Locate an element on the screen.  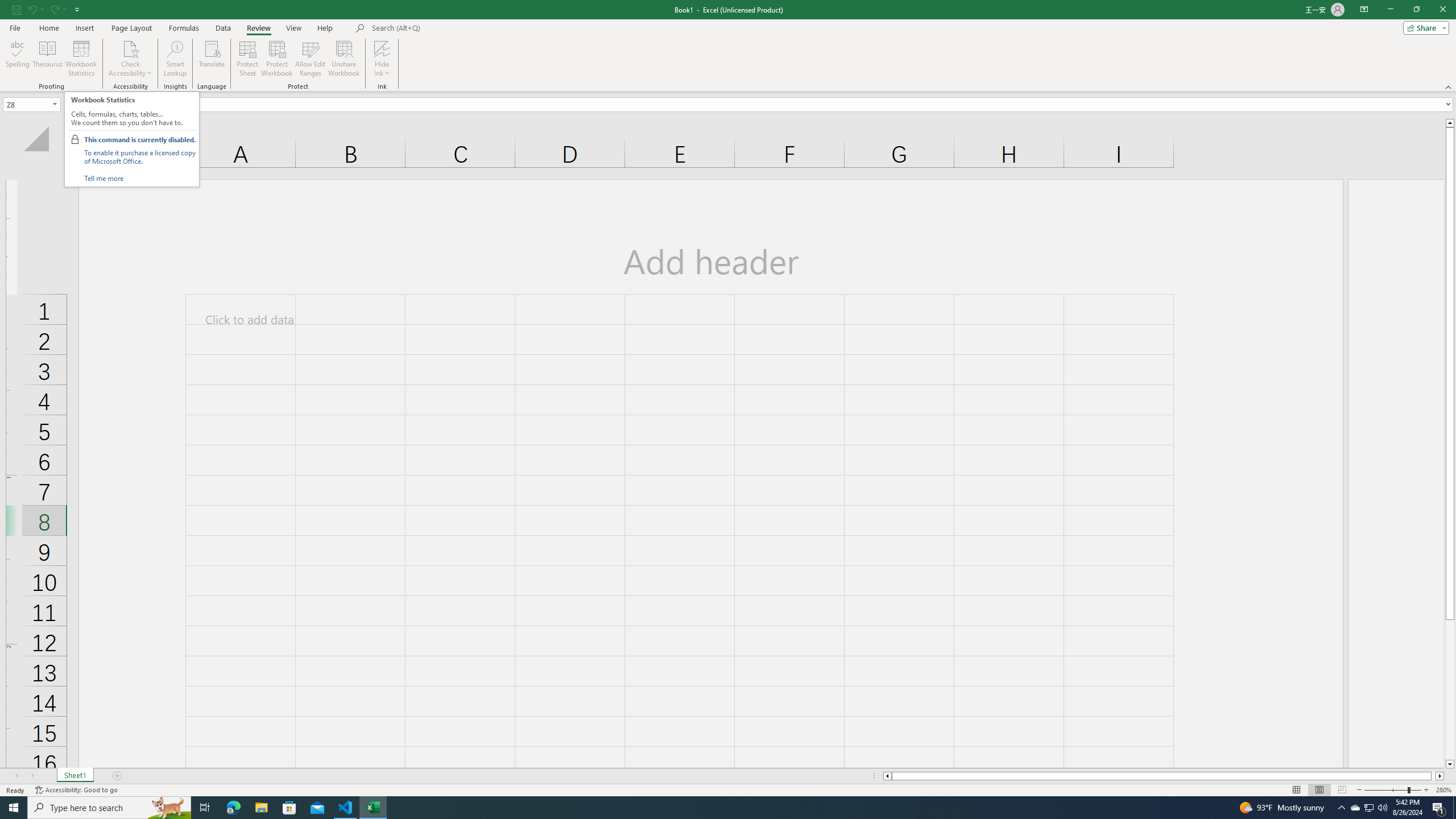
'Thesaurus...' is located at coordinates (47, 59).